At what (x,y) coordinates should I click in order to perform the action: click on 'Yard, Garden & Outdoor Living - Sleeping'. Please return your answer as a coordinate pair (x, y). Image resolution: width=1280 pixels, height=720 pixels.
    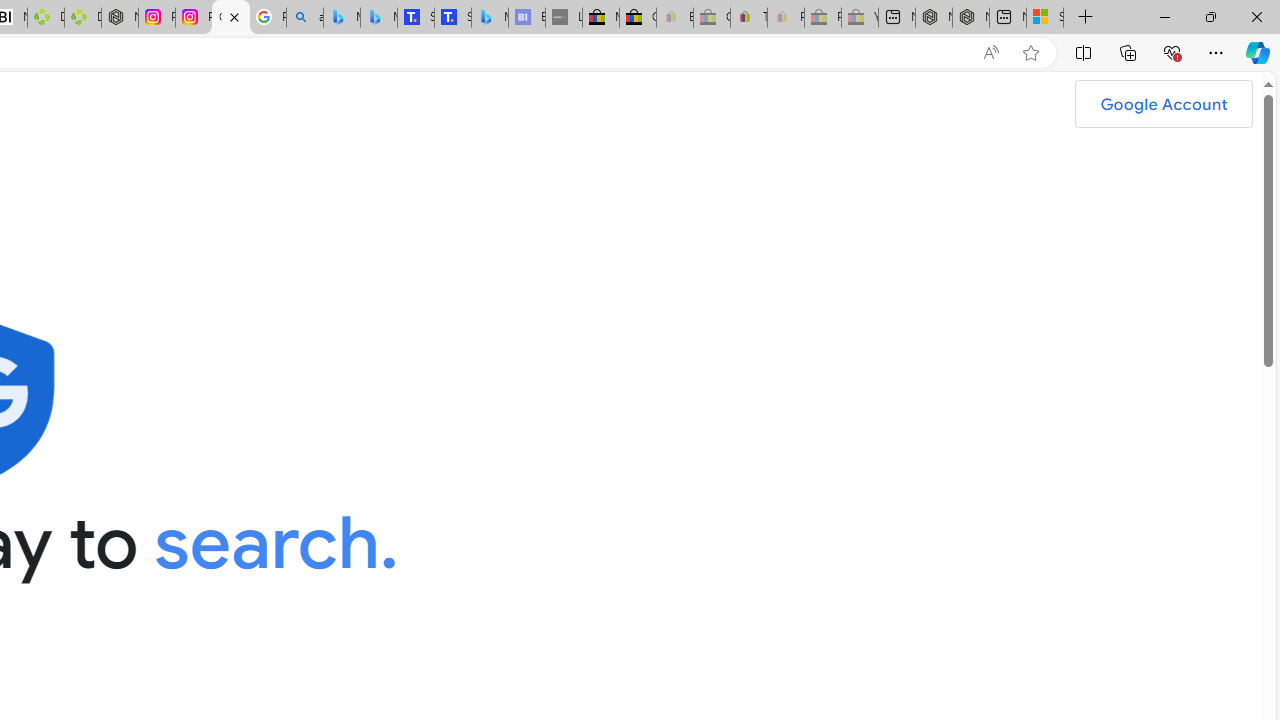
    Looking at the image, I should click on (860, 17).